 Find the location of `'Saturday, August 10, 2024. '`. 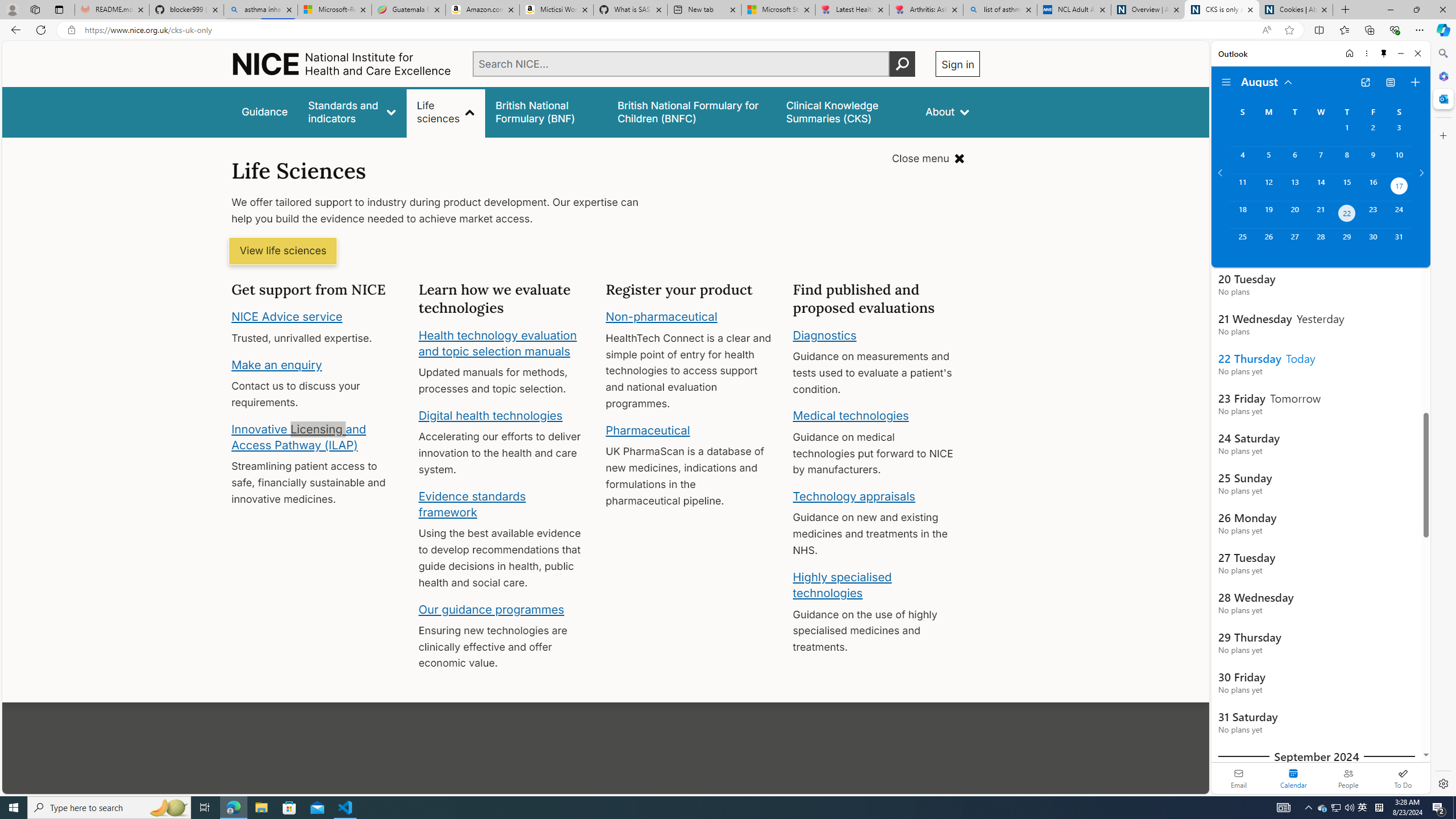

'Saturday, August 10, 2024. ' is located at coordinates (1399, 159).